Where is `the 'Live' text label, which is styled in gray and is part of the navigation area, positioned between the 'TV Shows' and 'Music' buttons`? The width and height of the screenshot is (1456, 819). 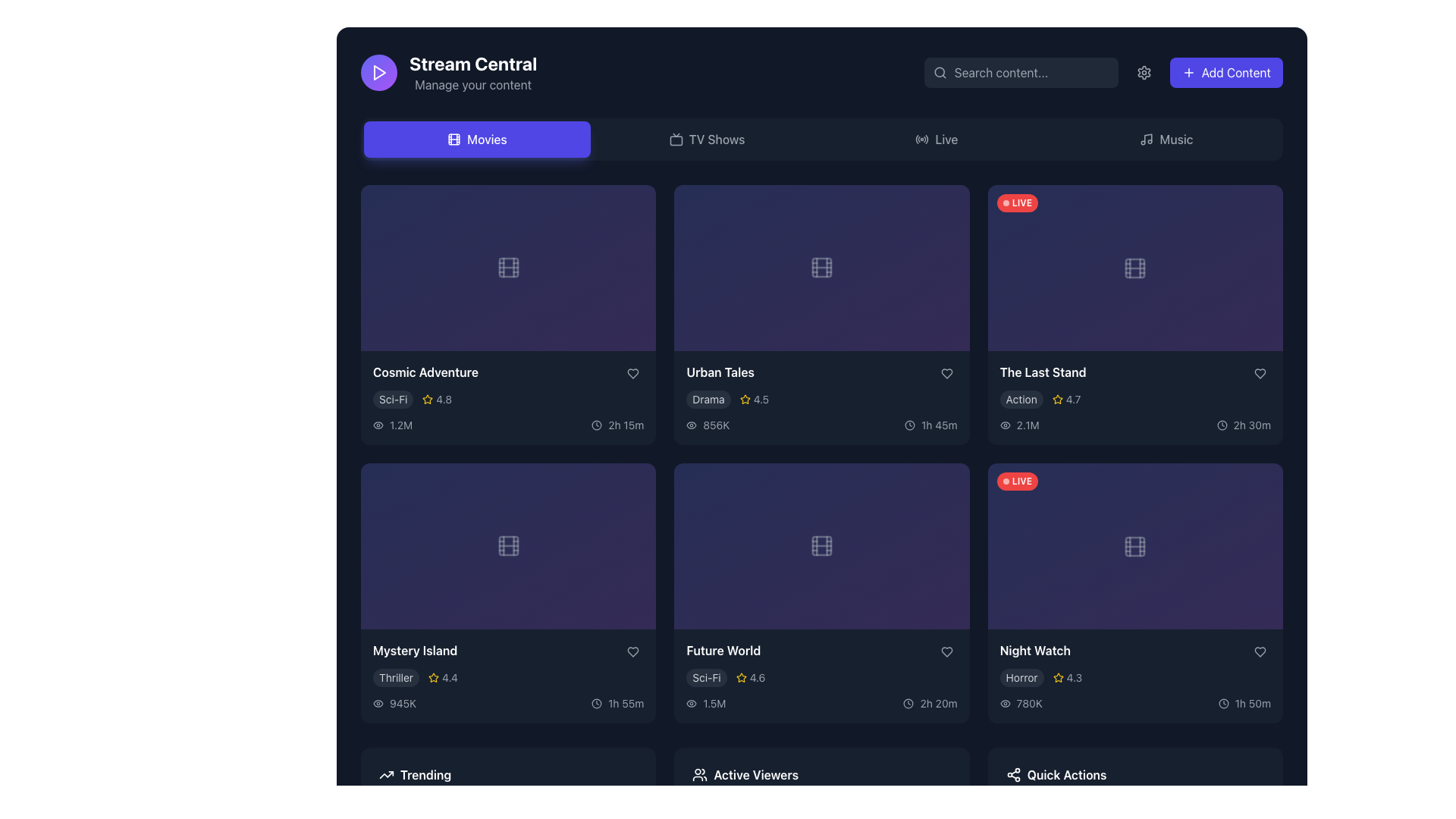
the 'Live' text label, which is styled in gray and is part of the navigation area, positioned between the 'TV Shows' and 'Music' buttons is located at coordinates (946, 140).